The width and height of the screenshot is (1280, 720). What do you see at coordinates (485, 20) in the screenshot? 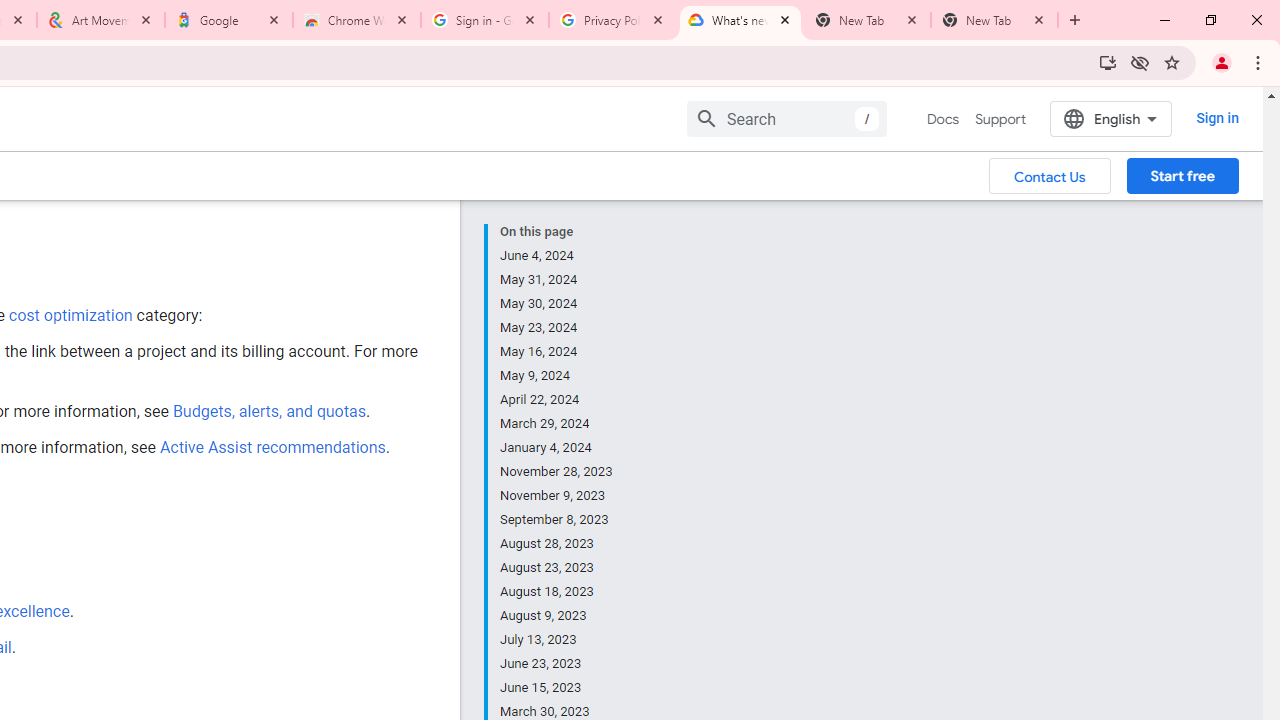
I see `'Sign in - Google Accounts'` at bounding box center [485, 20].